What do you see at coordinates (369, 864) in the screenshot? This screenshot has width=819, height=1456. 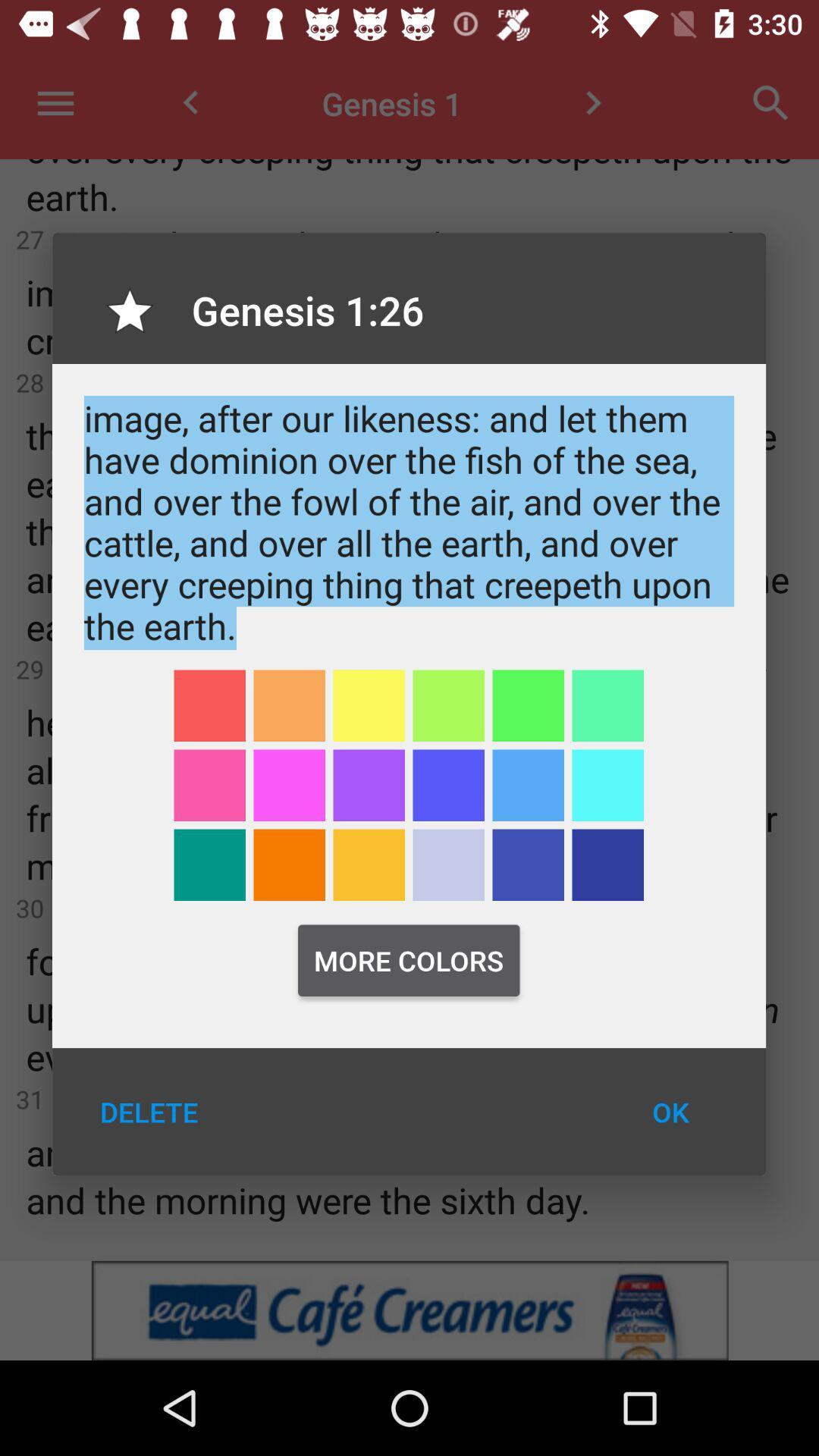 I see `color pallet and color orange` at bounding box center [369, 864].